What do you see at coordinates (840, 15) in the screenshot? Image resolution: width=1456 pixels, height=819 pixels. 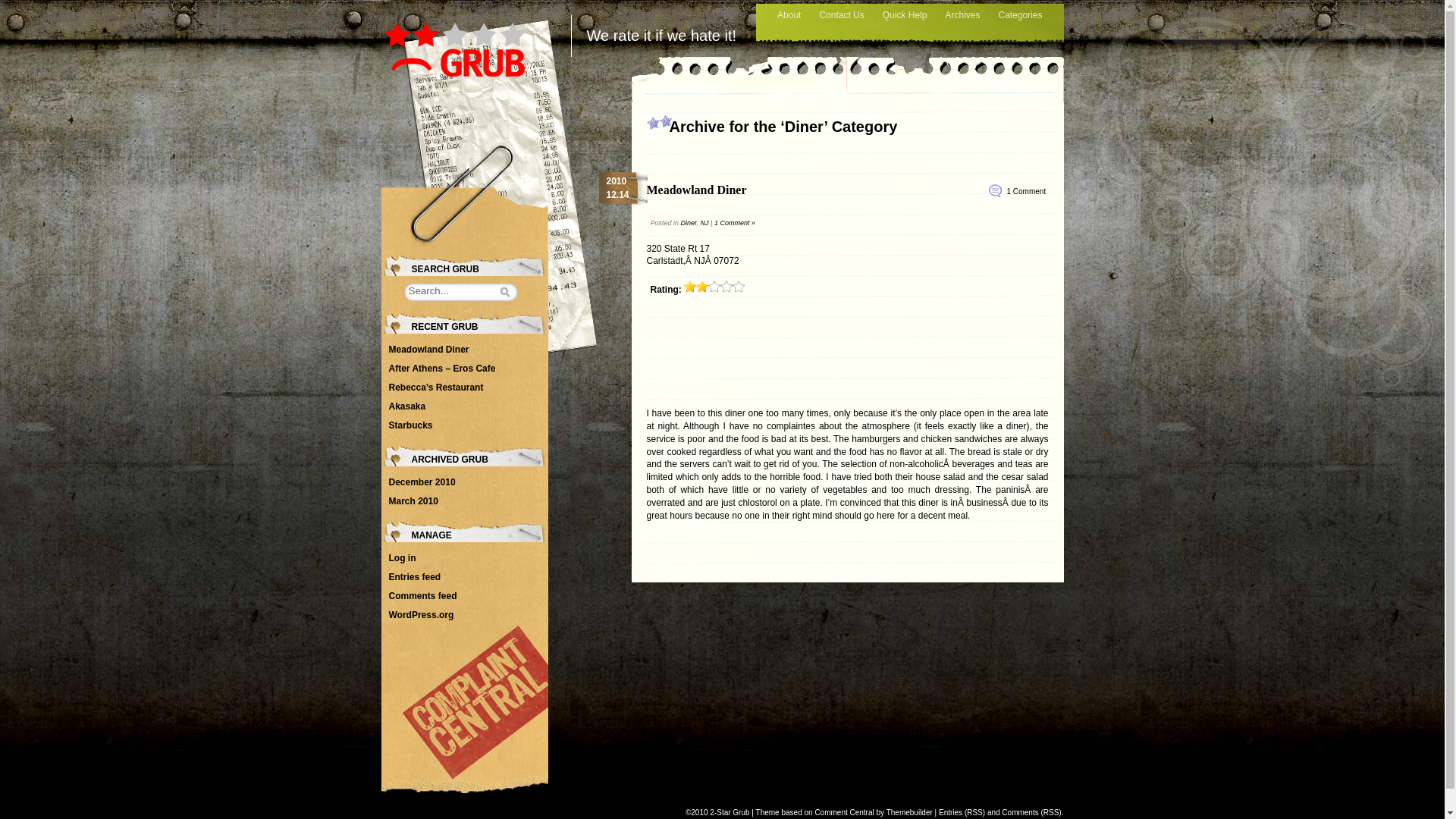 I see `'Contact Us'` at bounding box center [840, 15].